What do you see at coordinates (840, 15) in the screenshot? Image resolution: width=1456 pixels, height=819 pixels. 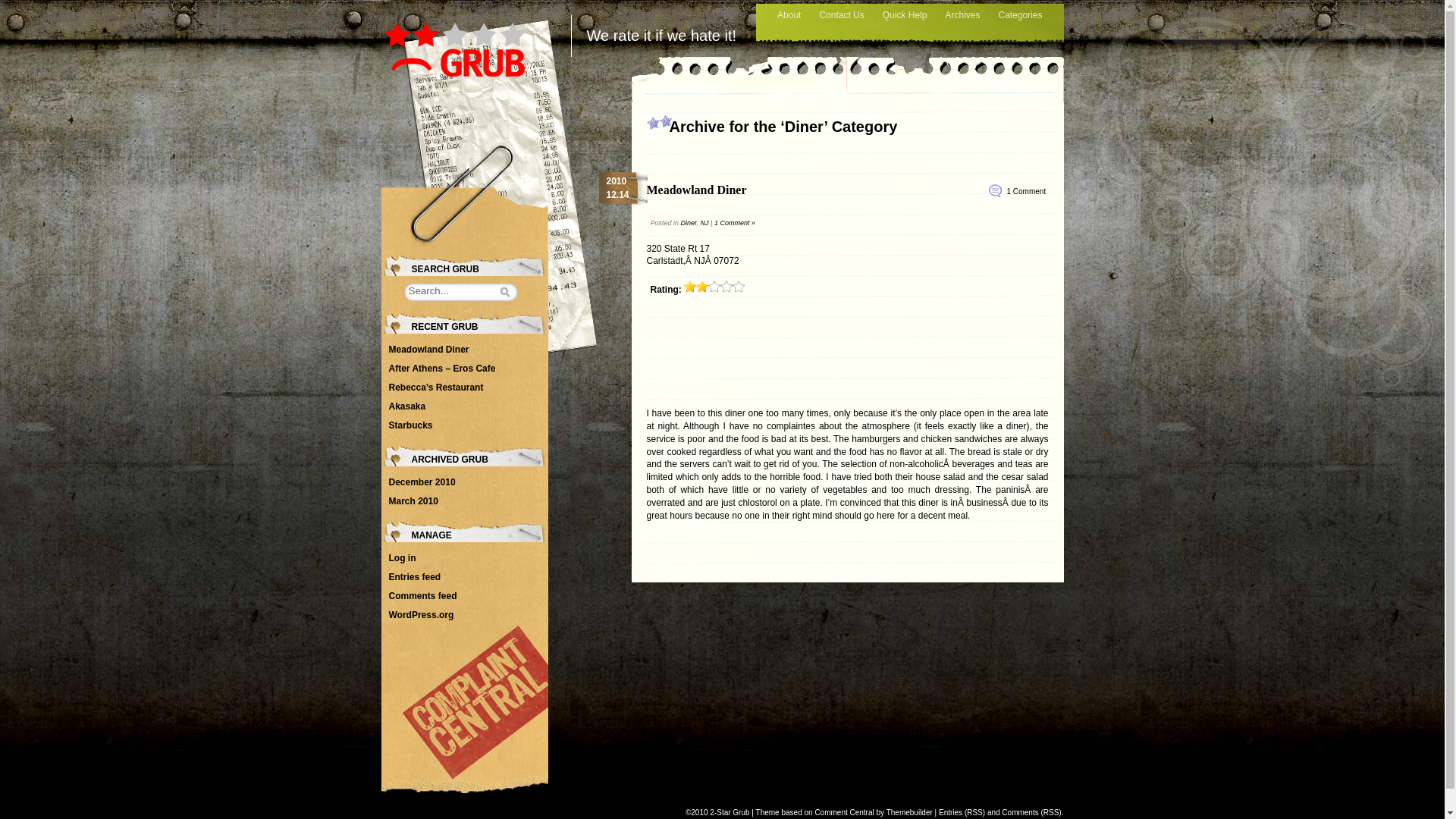 I see `'Contact Us'` at bounding box center [840, 15].